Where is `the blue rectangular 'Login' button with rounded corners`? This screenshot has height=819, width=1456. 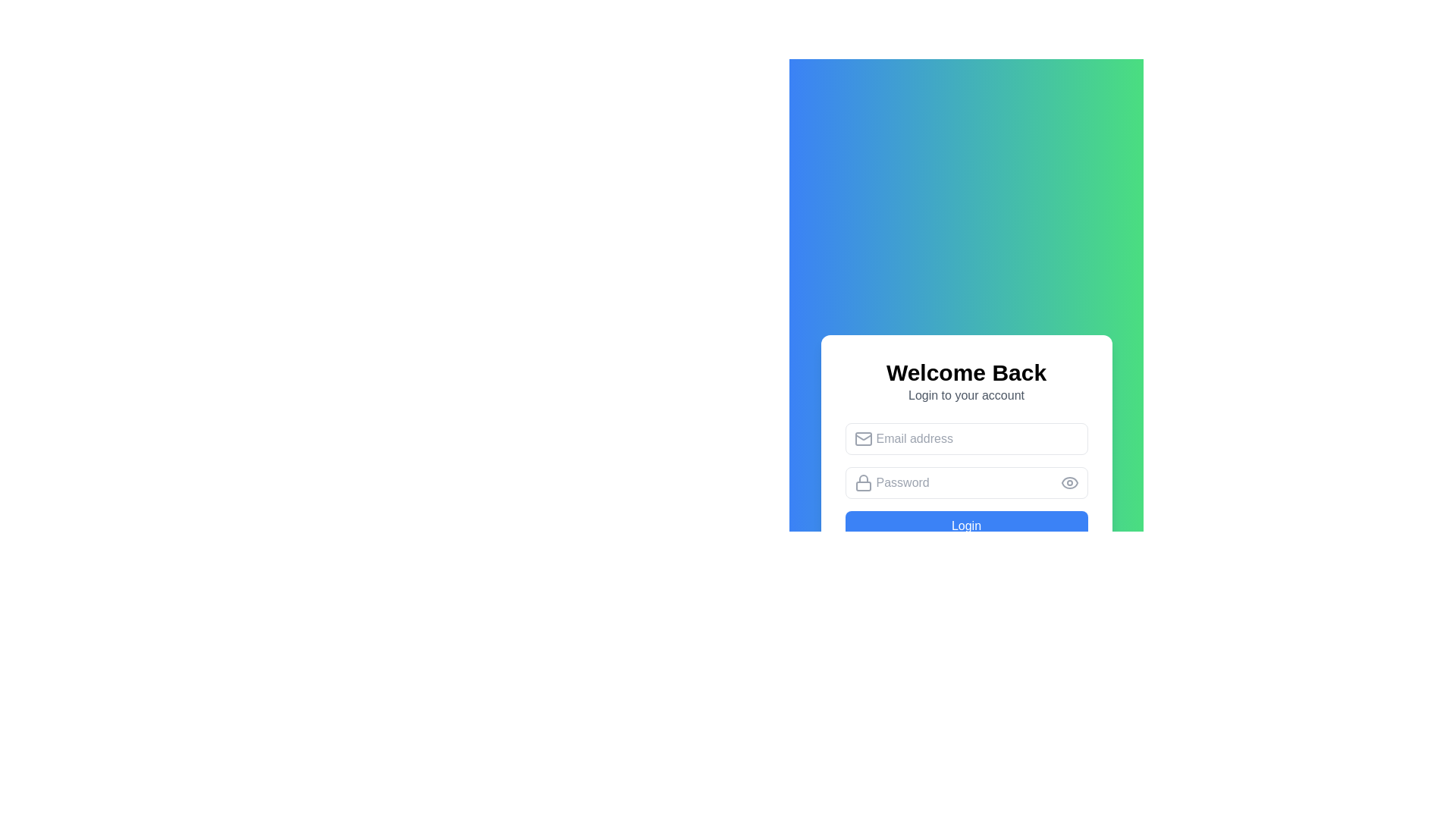 the blue rectangular 'Login' button with rounded corners is located at coordinates (965, 526).